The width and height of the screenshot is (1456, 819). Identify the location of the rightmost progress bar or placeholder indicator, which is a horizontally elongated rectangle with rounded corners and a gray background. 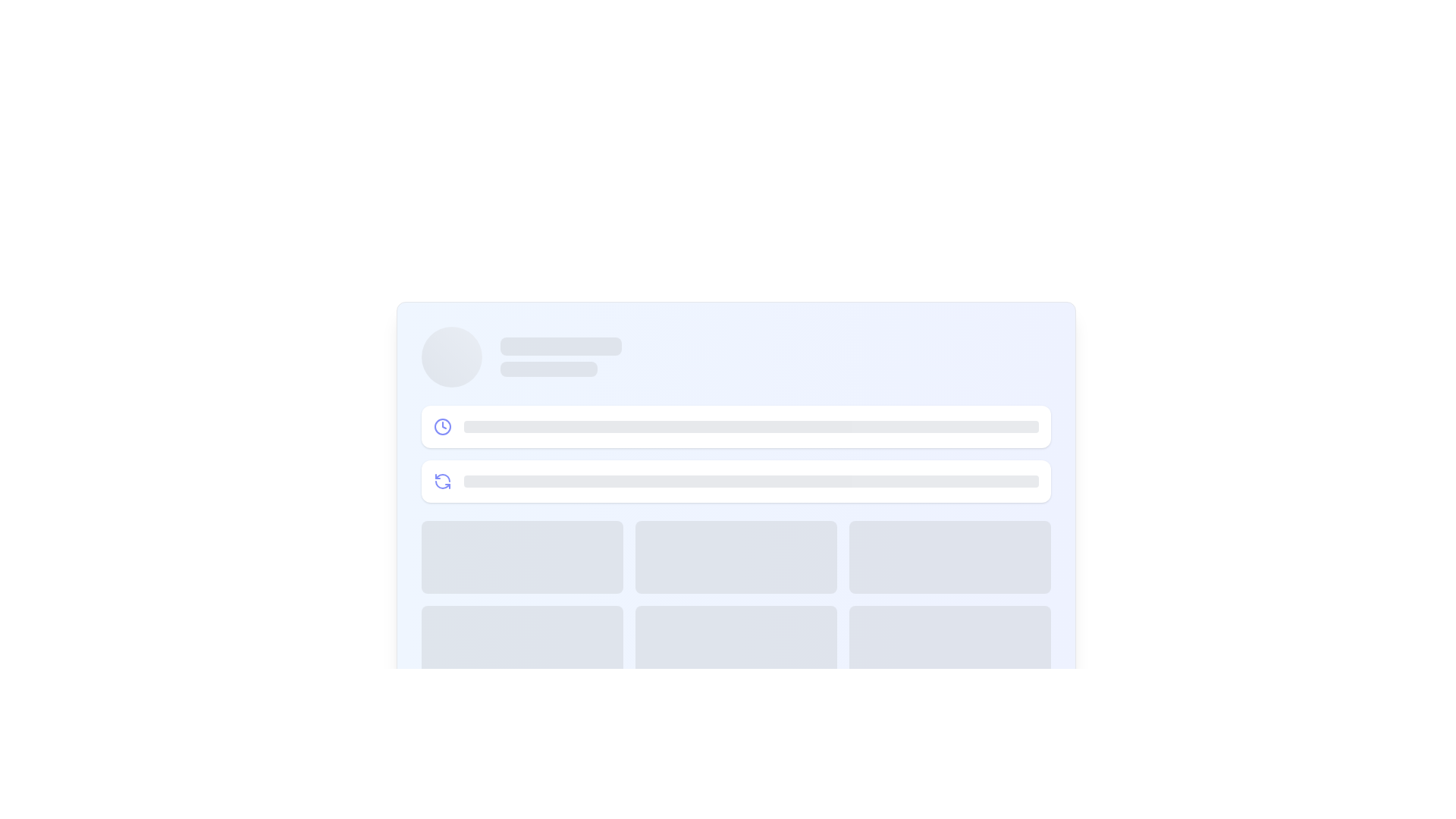
(751, 482).